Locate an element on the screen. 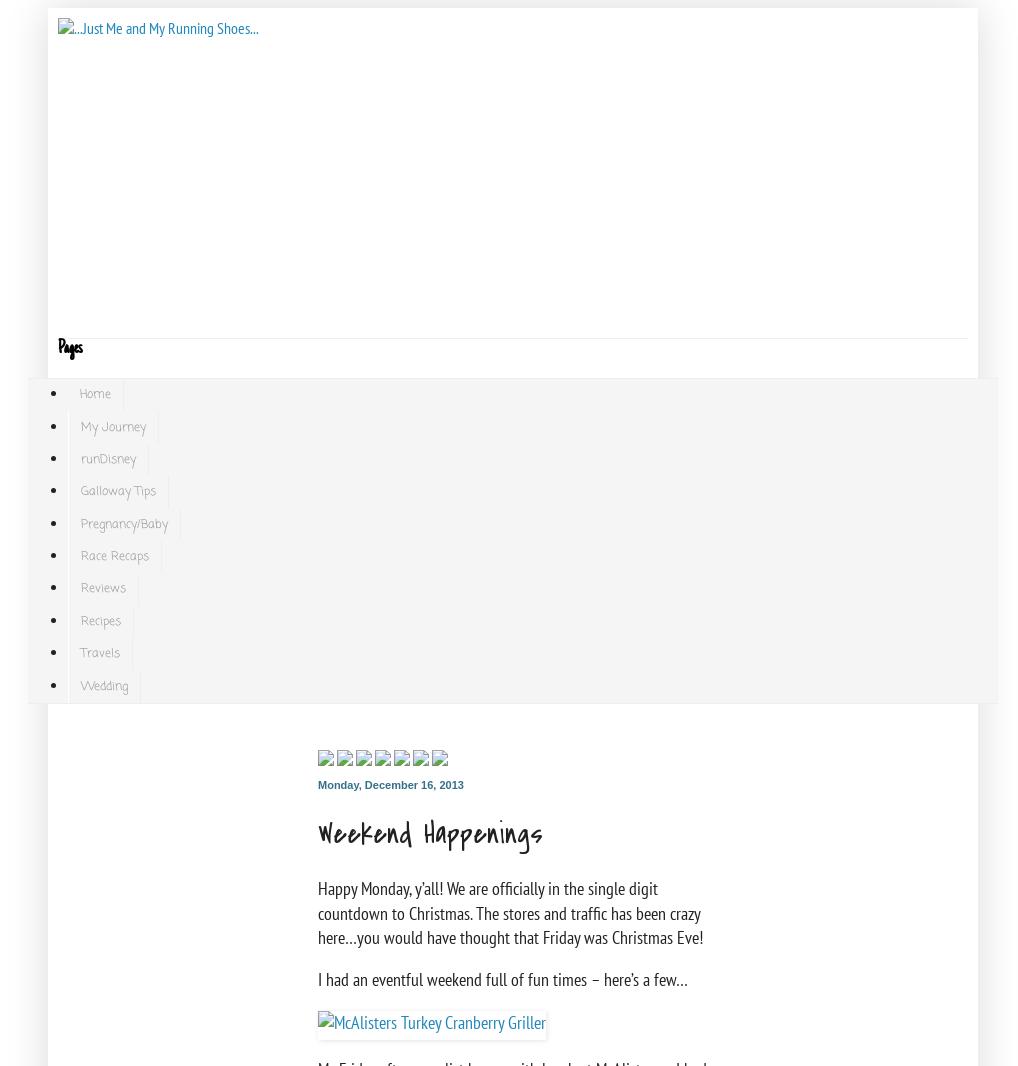 The height and width of the screenshot is (1066, 1018). 'I had an eventful weekend full of fun times – here’s a few…' is located at coordinates (502, 979).